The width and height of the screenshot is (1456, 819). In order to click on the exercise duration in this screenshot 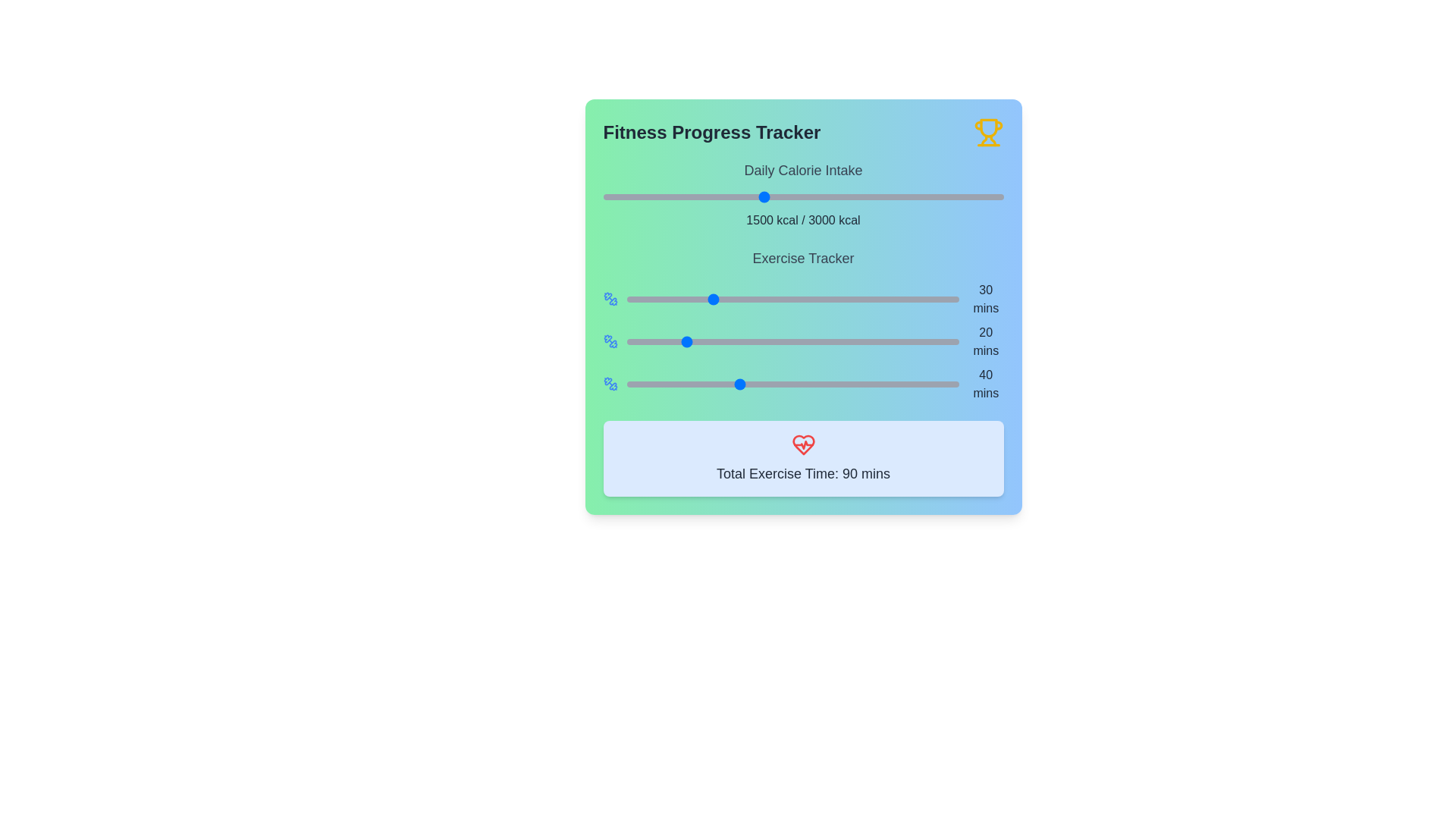, I will do `click(670, 383)`.